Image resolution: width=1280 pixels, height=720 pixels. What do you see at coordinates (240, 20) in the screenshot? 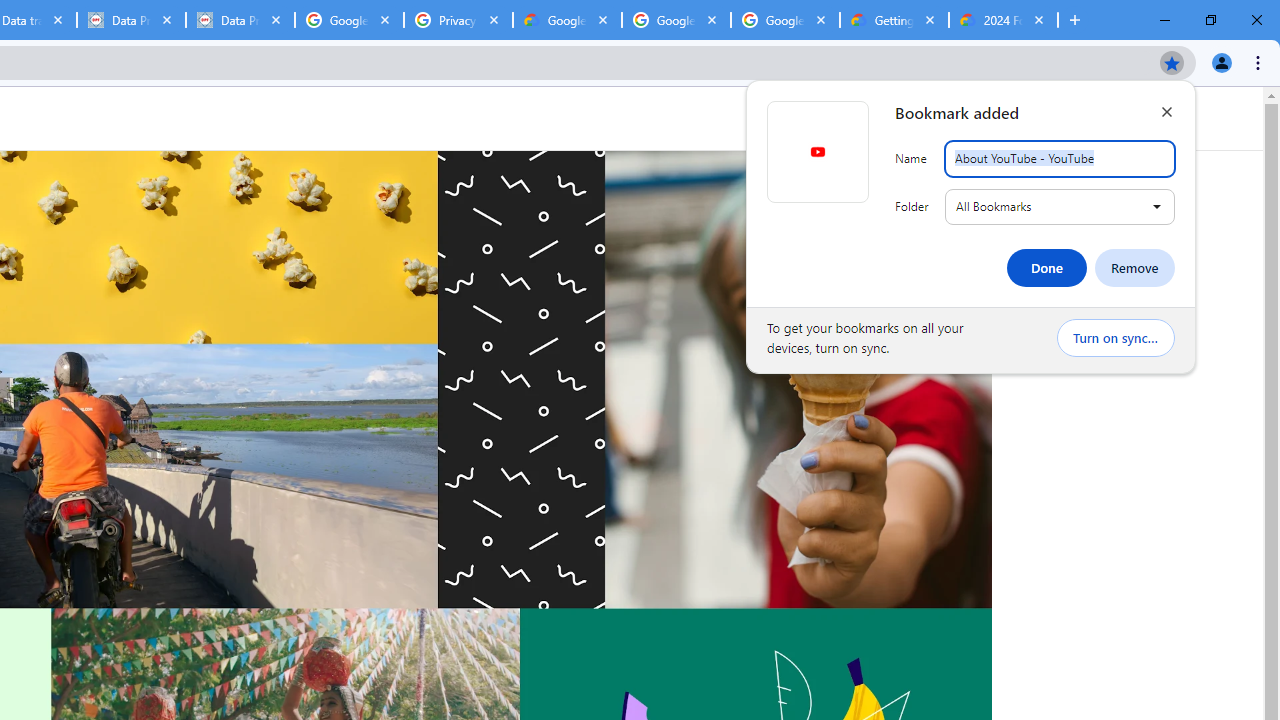
I see `'Data Privacy Framework'` at bounding box center [240, 20].